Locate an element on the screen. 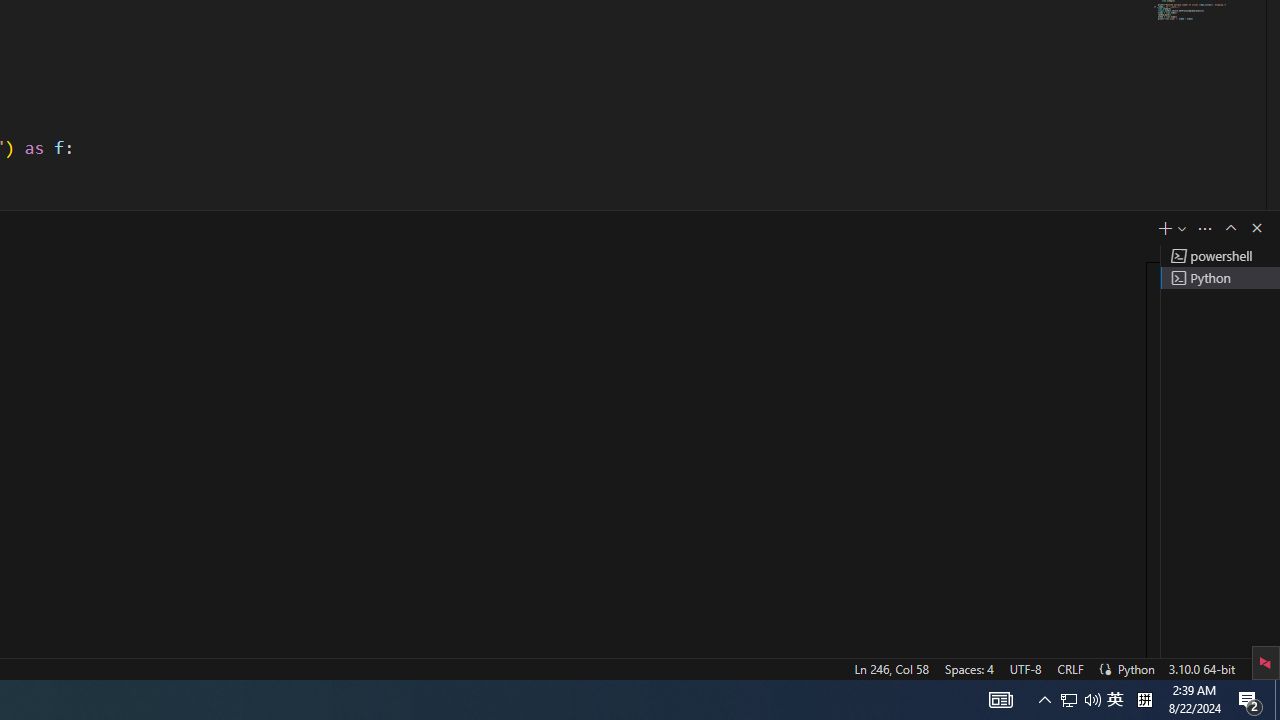 The width and height of the screenshot is (1280, 720). 'Views and More Actions...' is located at coordinates (1204, 227).